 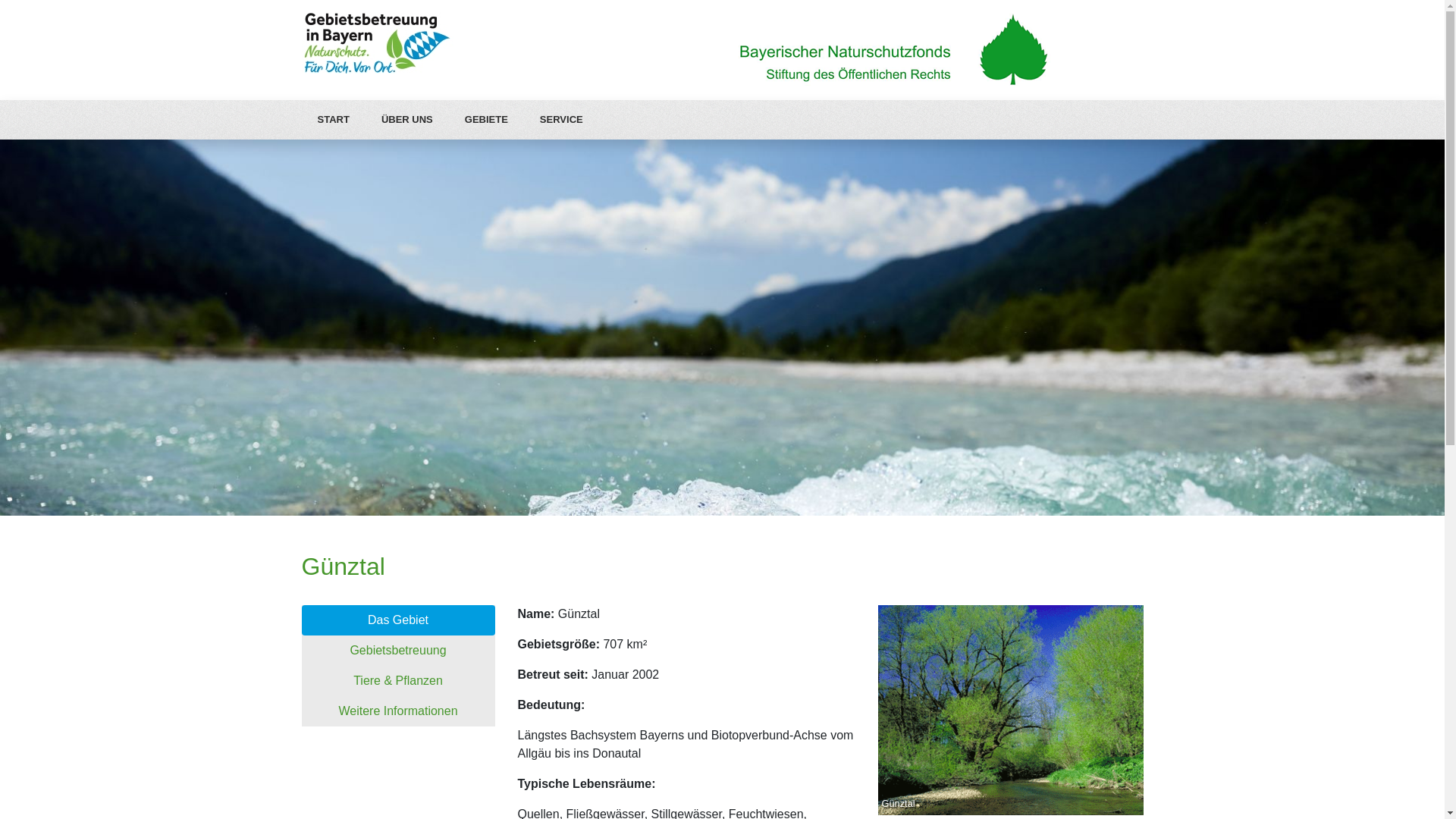 What do you see at coordinates (398, 680) in the screenshot?
I see `'Tiere & Pflanzen'` at bounding box center [398, 680].